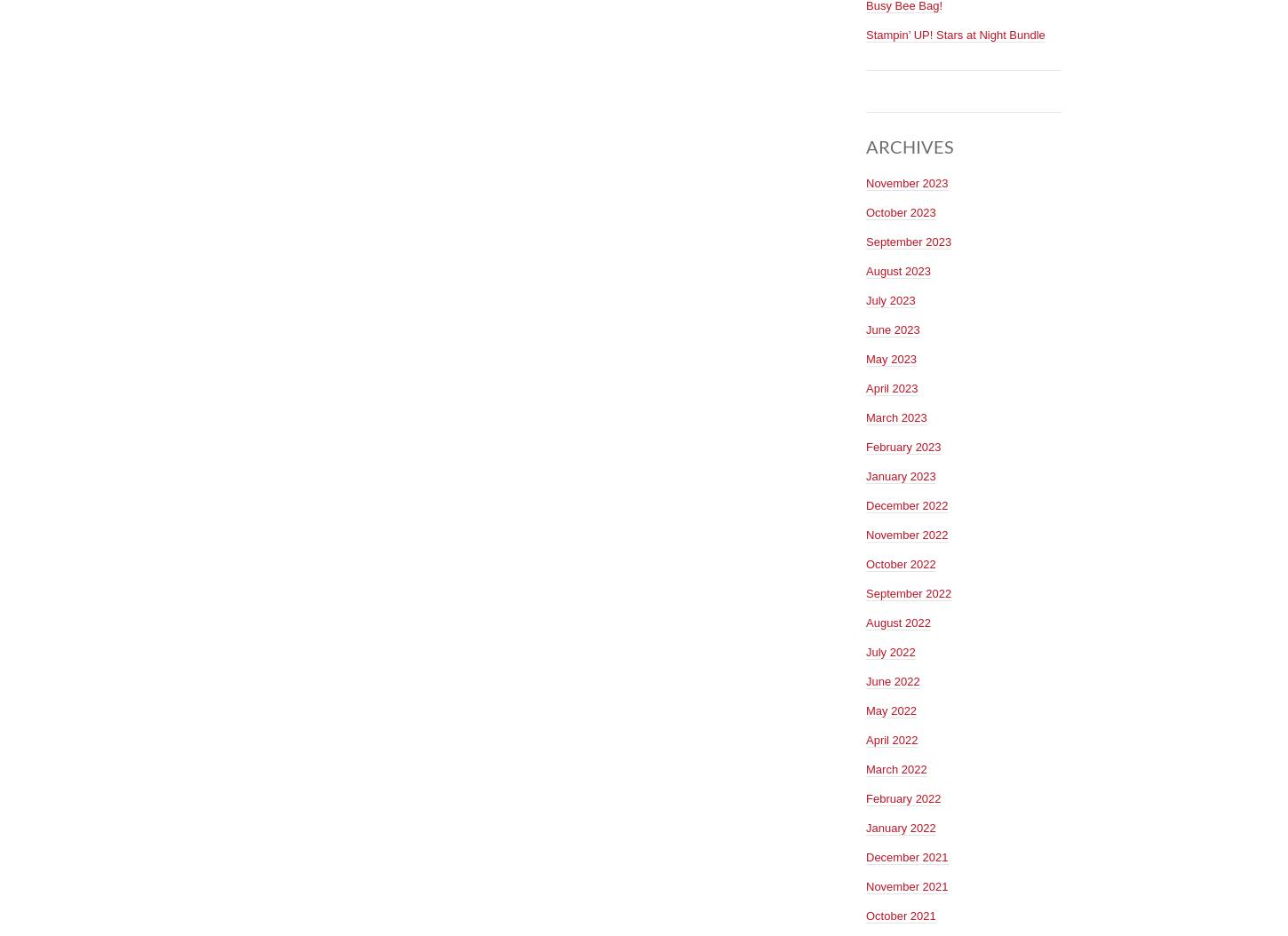 This screenshot has width=1288, height=936. Describe the element at coordinates (903, 797) in the screenshot. I see `'February 2022'` at that location.